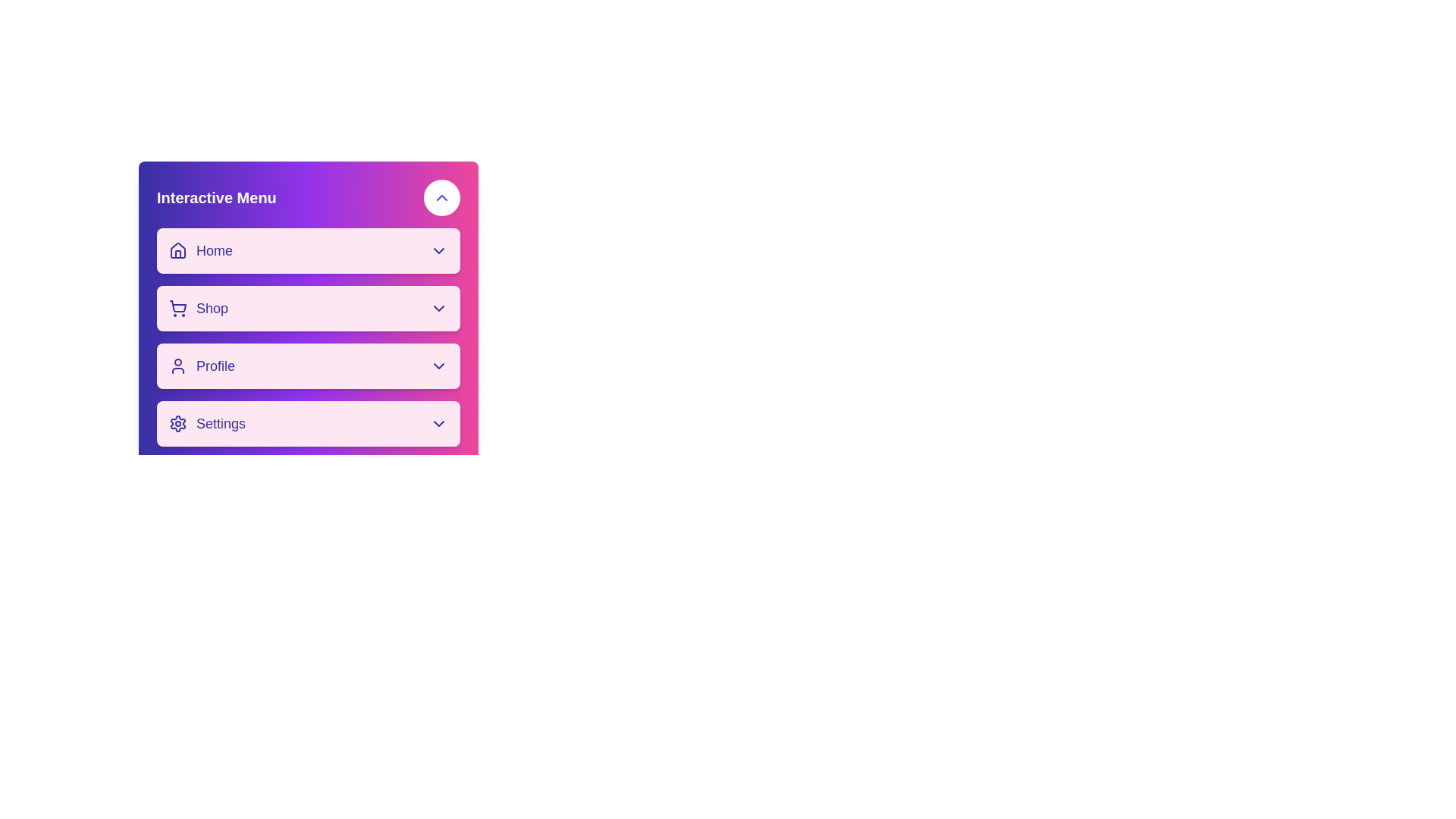 The width and height of the screenshot is (1456, 819). Describe the element at coordinates (178, 366) in the screenshot. I see `the user icon representing the 'Profile' section` at that location.